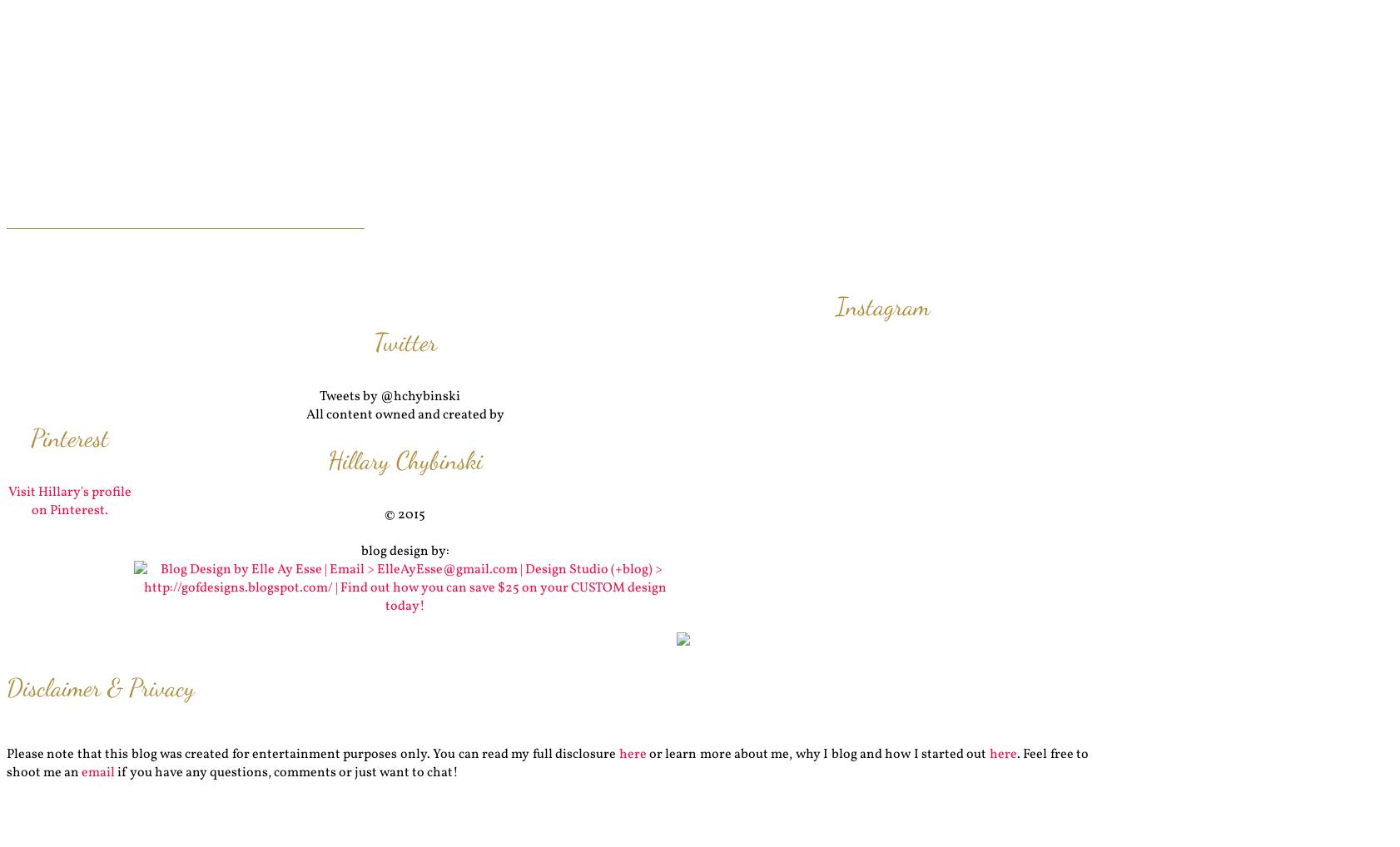 The width and height of the screenshot is (1400, 847). I want to click on 'Instagram', so click(833, 306).